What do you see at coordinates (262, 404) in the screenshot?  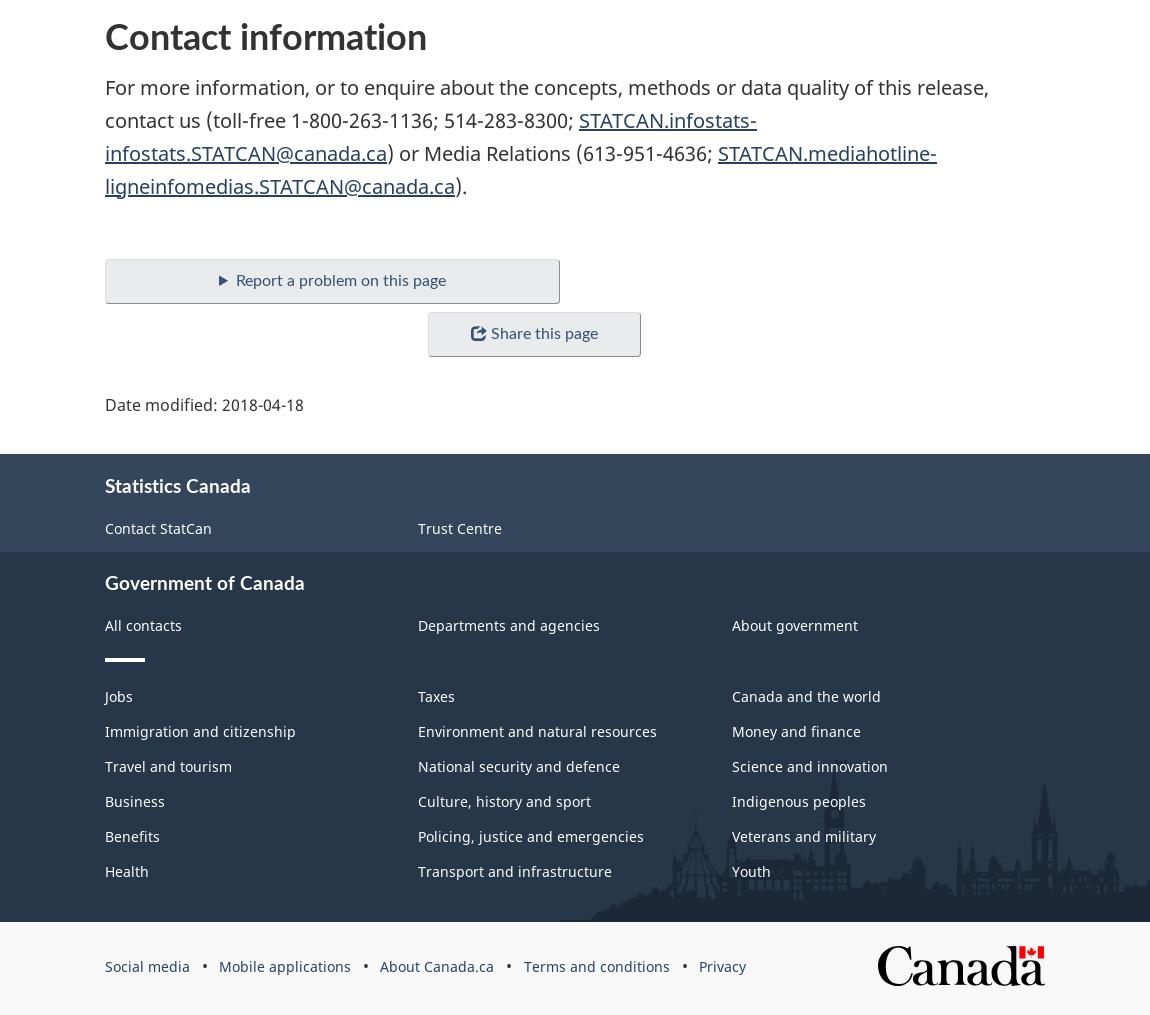 I see `'2018-04-18'` at bounding box center [262, 404].